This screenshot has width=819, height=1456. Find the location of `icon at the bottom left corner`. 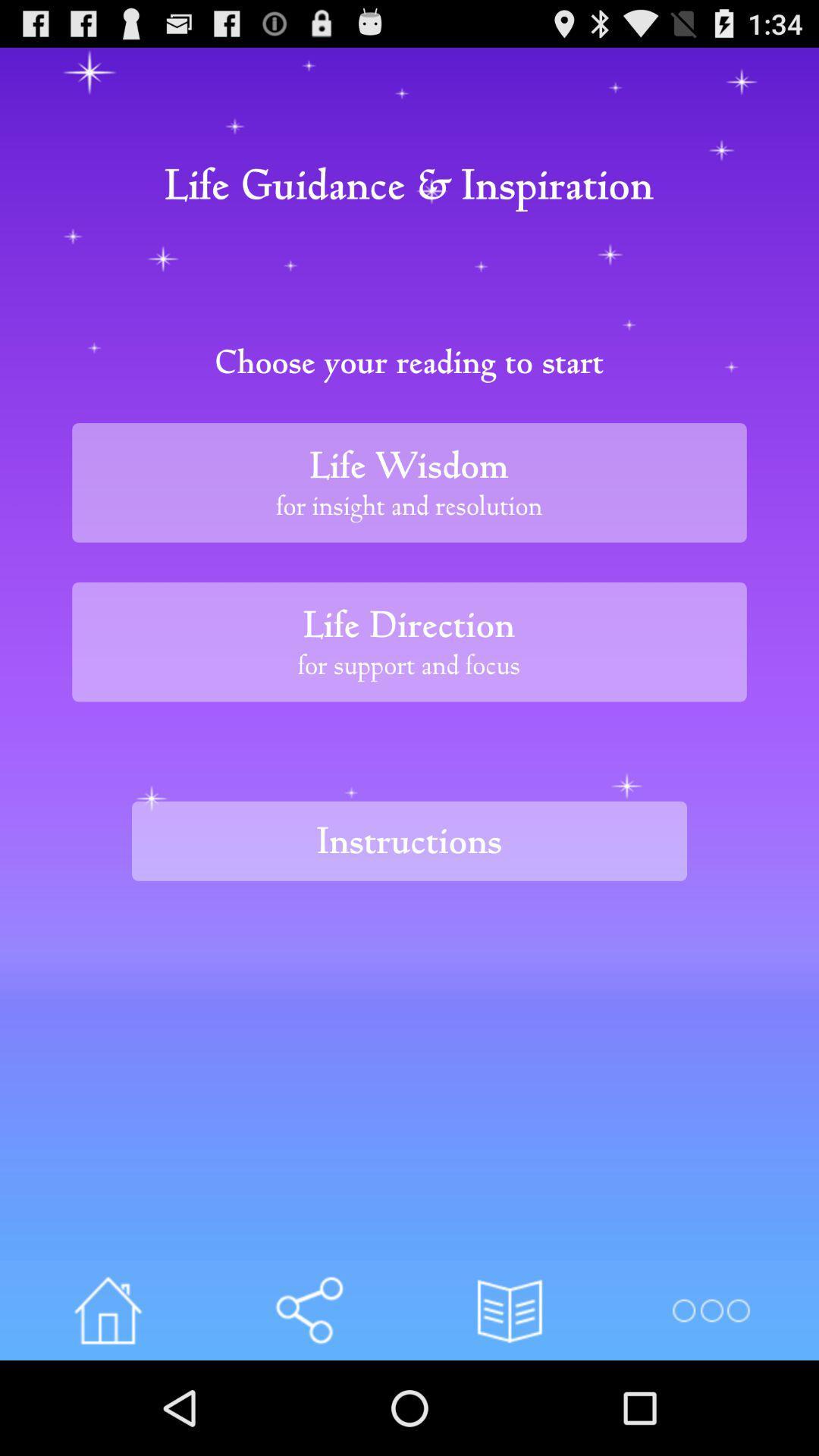

icon at the bottom left corner is located at coordinates (107, 1310).